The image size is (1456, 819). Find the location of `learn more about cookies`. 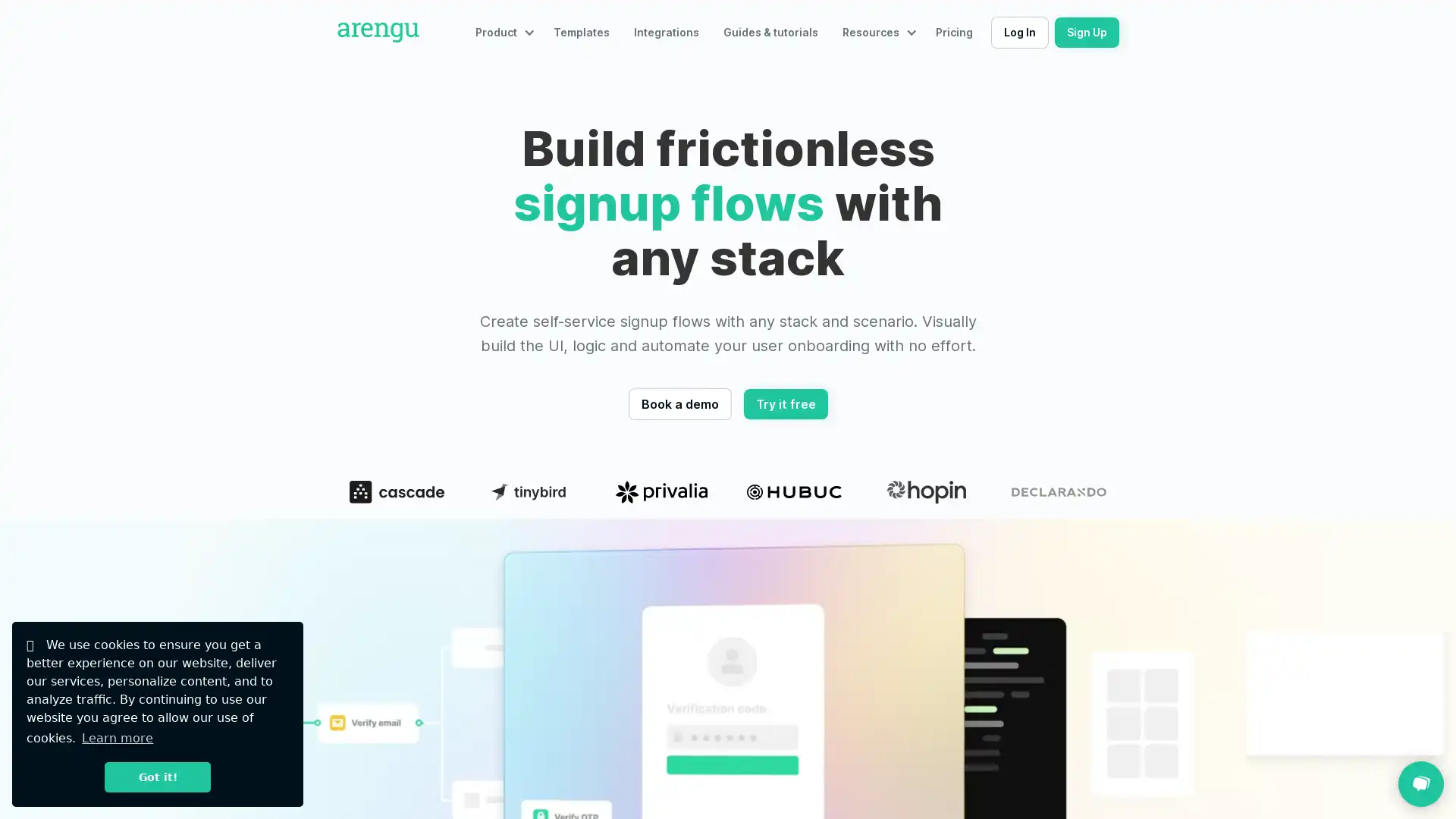

learn more about cookies is located at coordinates (116, 737).